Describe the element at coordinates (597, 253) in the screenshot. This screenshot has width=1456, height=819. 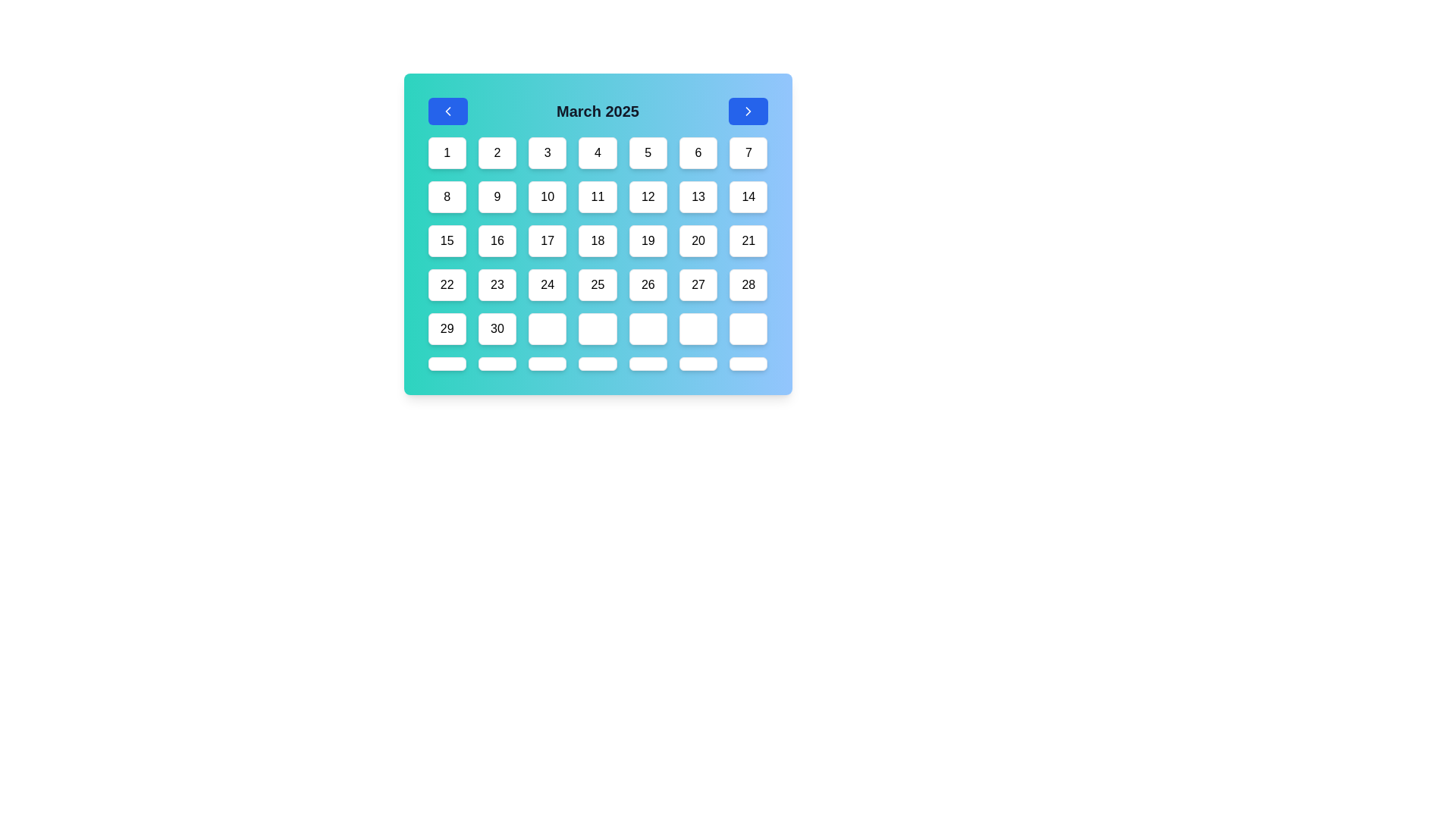
I see `the highlighted calendar day cell in the March 2025 calendar` at that location.